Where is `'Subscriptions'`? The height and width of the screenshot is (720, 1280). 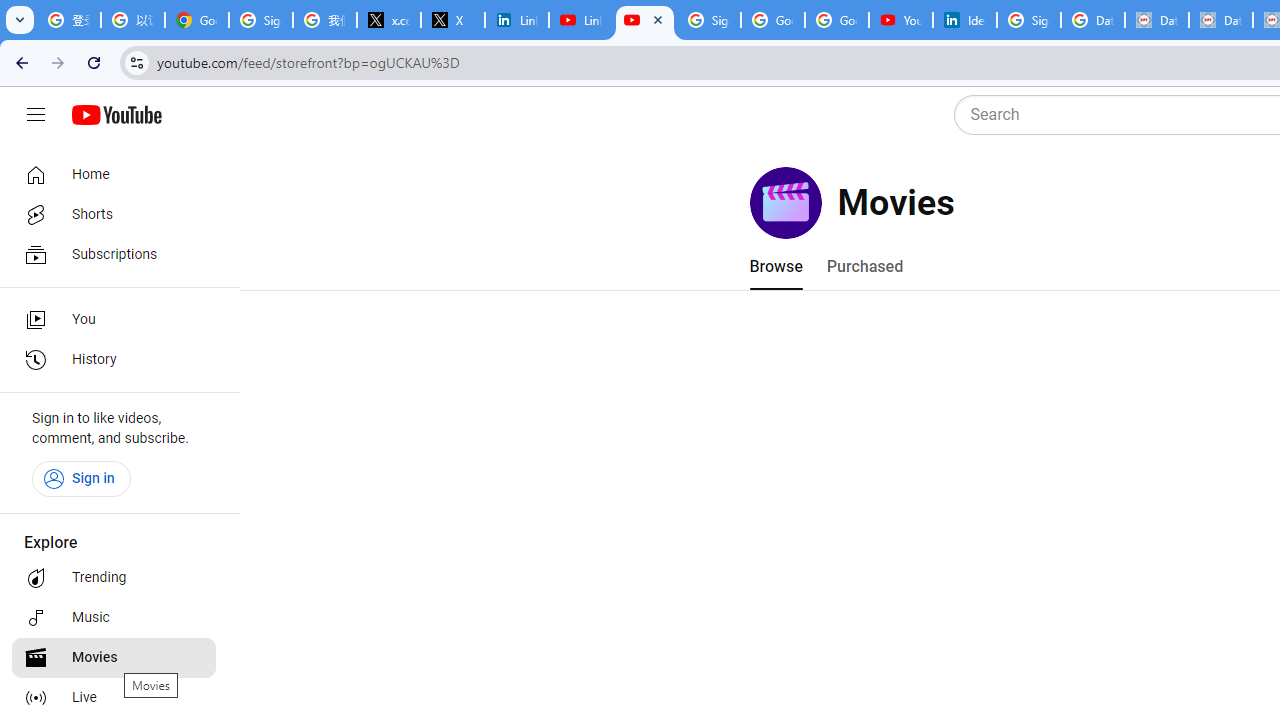 'Subscriptions' is located at coordinates (112, 253).